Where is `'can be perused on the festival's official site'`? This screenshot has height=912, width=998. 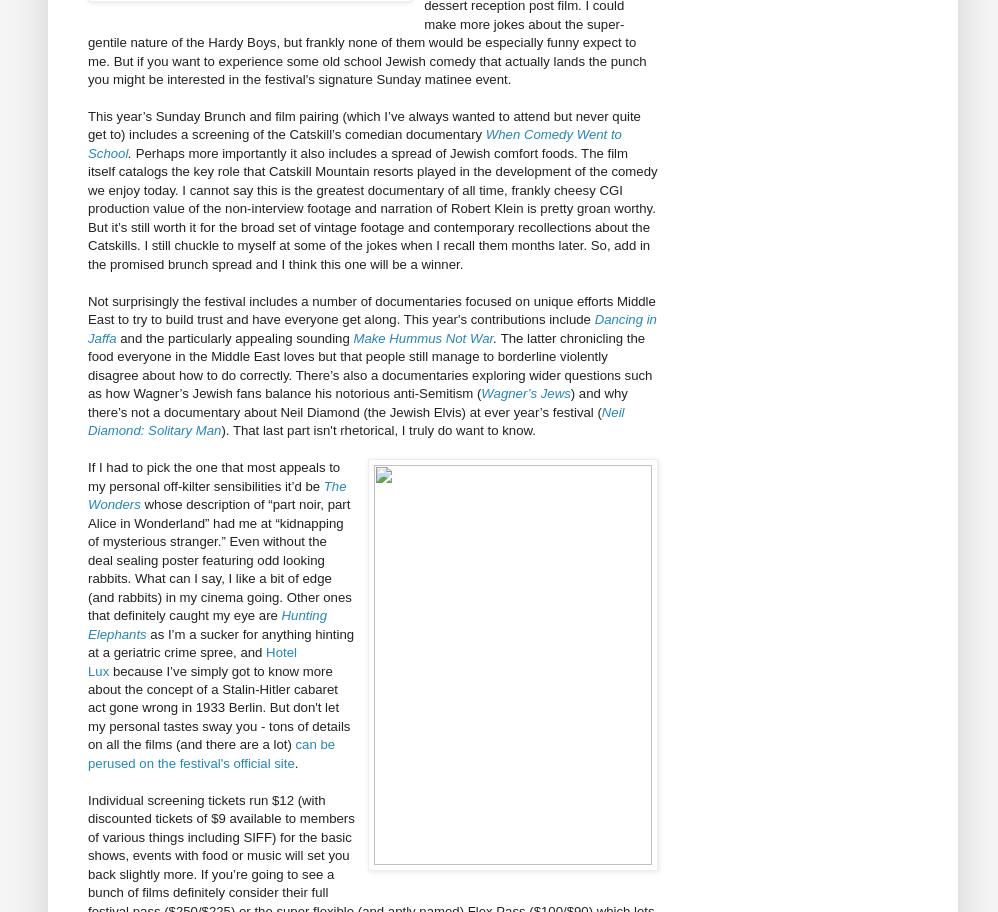 'can be perused on the festival's official site' is located at coordinates (87, 752).